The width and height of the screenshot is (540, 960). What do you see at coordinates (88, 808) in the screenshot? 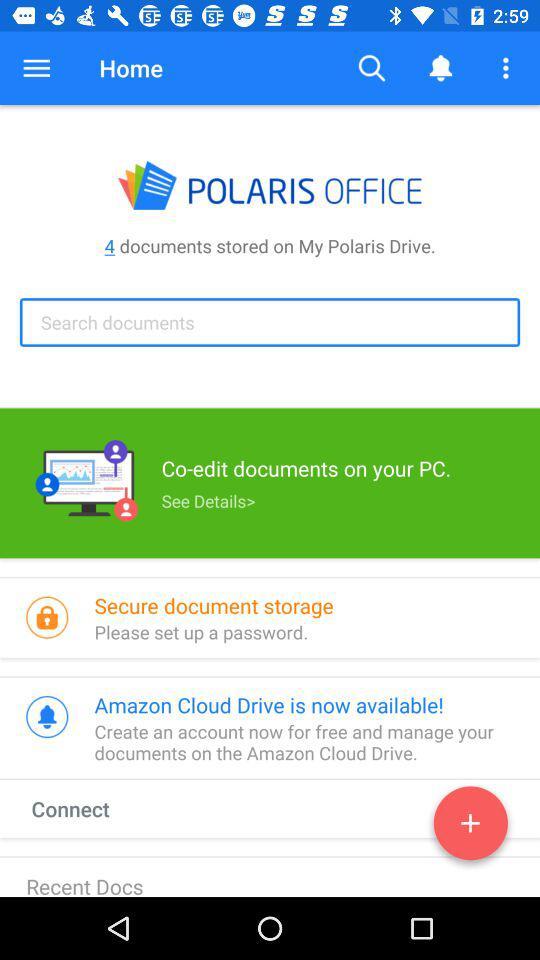
I see `item above the recent docs item` at bounding box center [88, 808].